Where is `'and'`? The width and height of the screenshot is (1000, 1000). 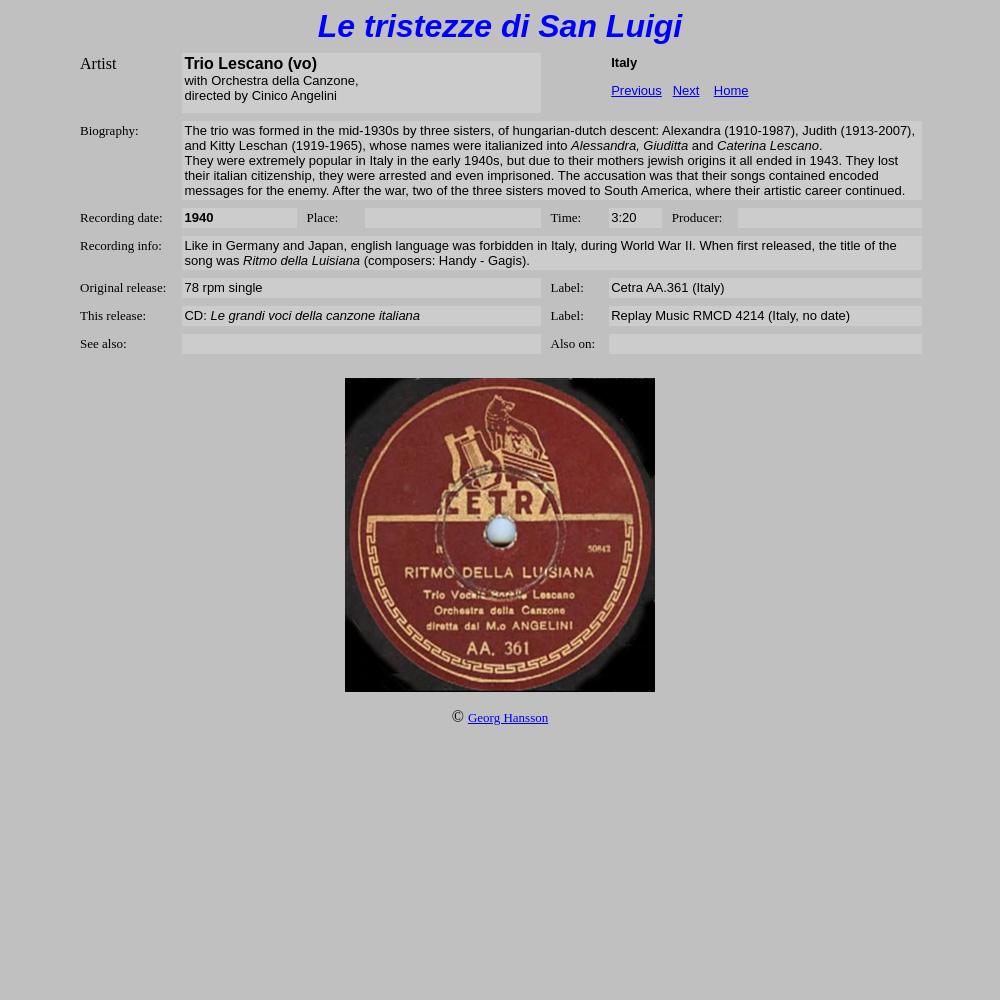 'and' is located at coordinates (701, 145).